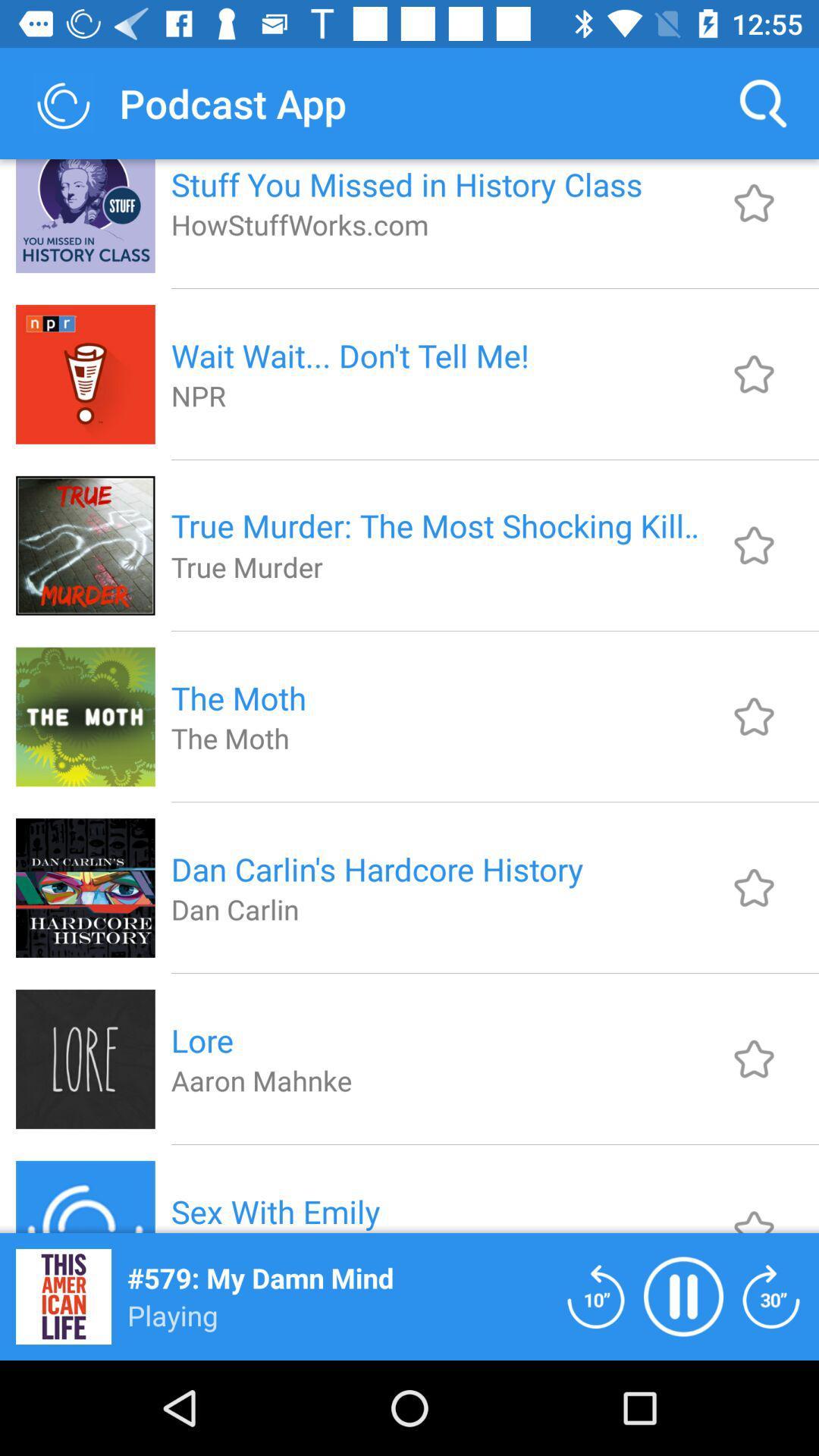 Image resolution: width=819 pixels, height=1456 pixels. Describe the element at coordinates (595, 1295) in the screenshot. I see `rewind for 10 seconds` at that location.